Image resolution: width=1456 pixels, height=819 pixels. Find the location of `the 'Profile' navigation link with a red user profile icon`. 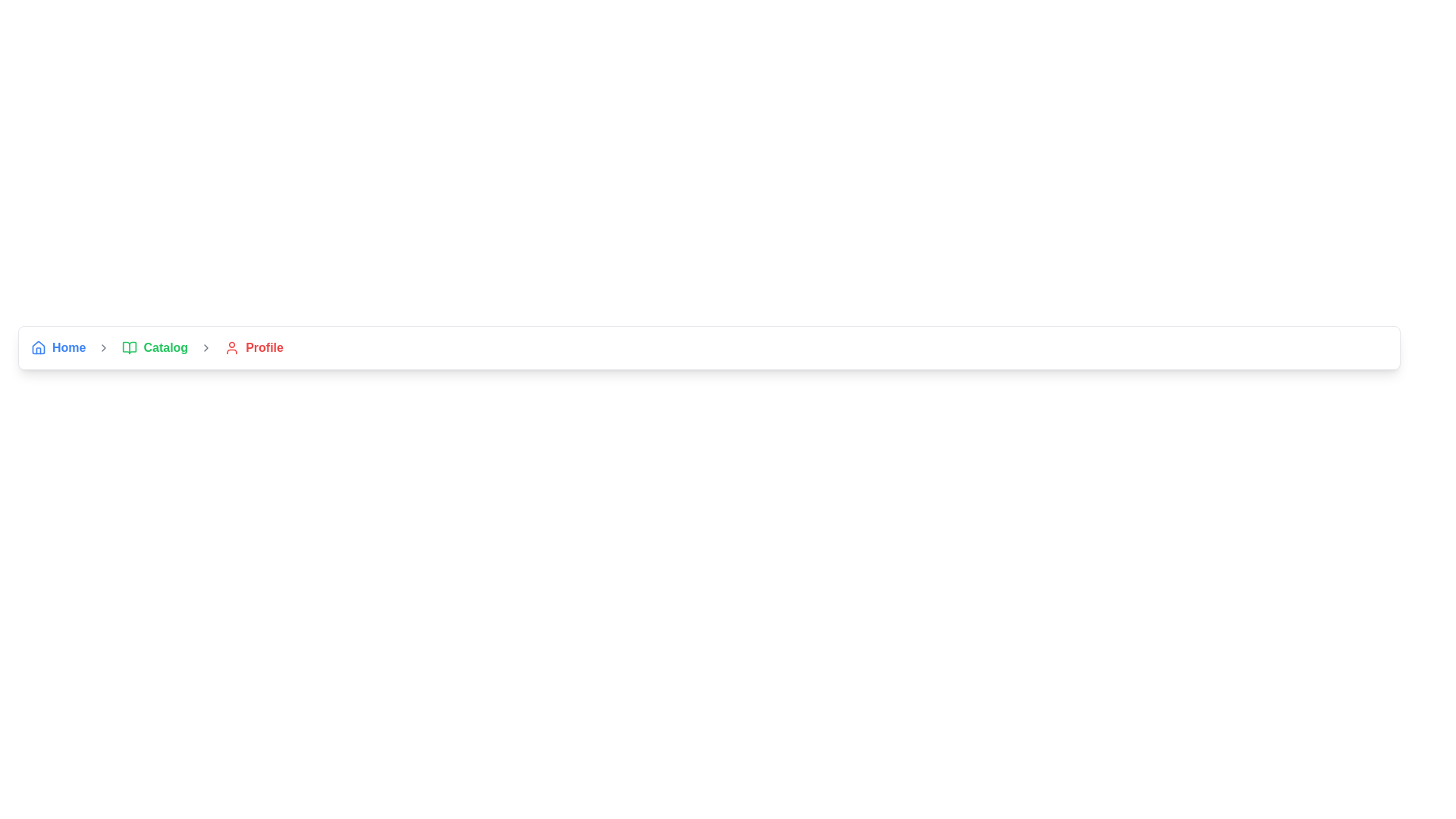

the 'Profile' navigation link with a red user profile icon is located at coordinates (254, 348).